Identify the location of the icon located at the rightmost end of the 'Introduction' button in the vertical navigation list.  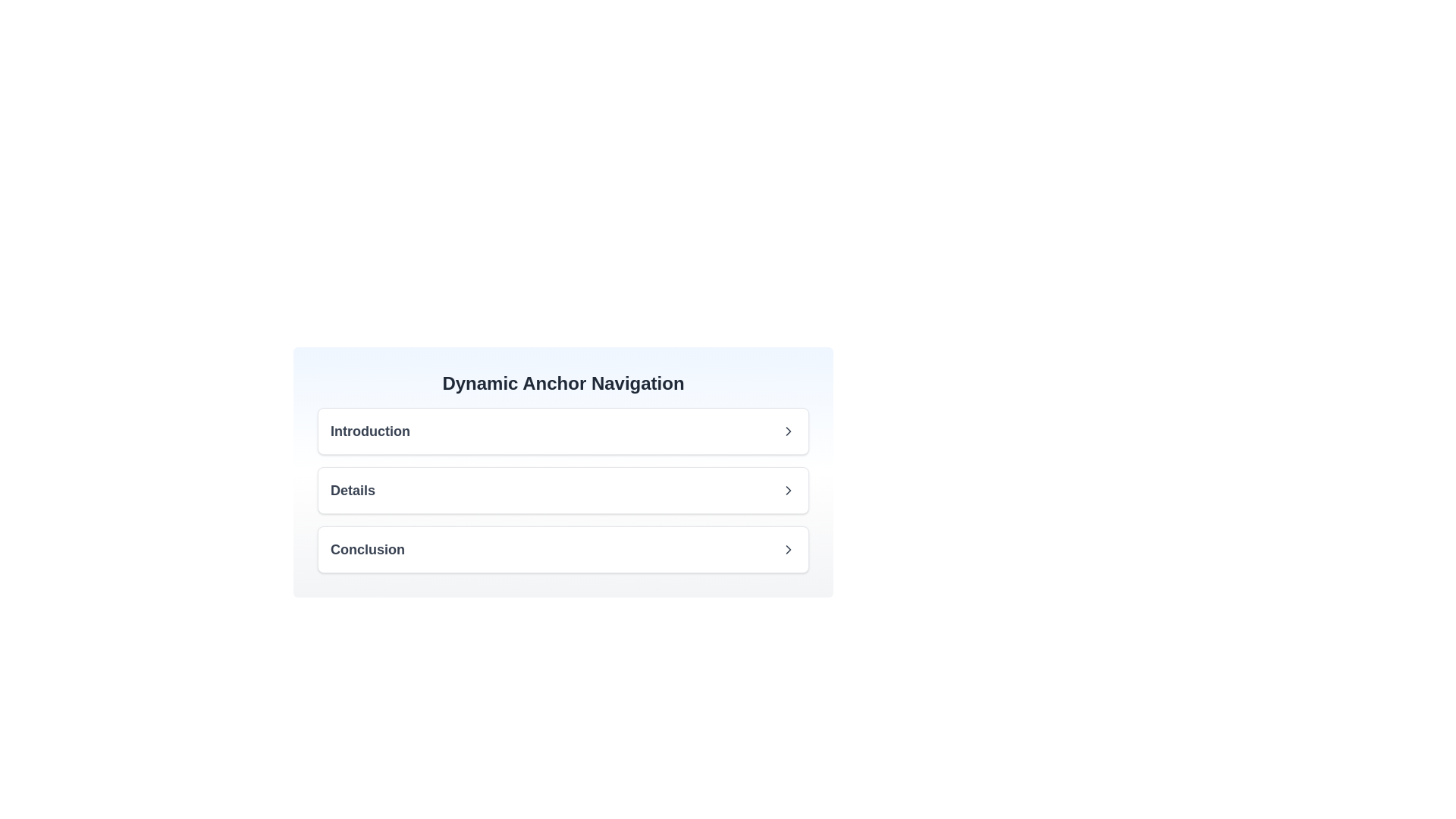
(789, 431).